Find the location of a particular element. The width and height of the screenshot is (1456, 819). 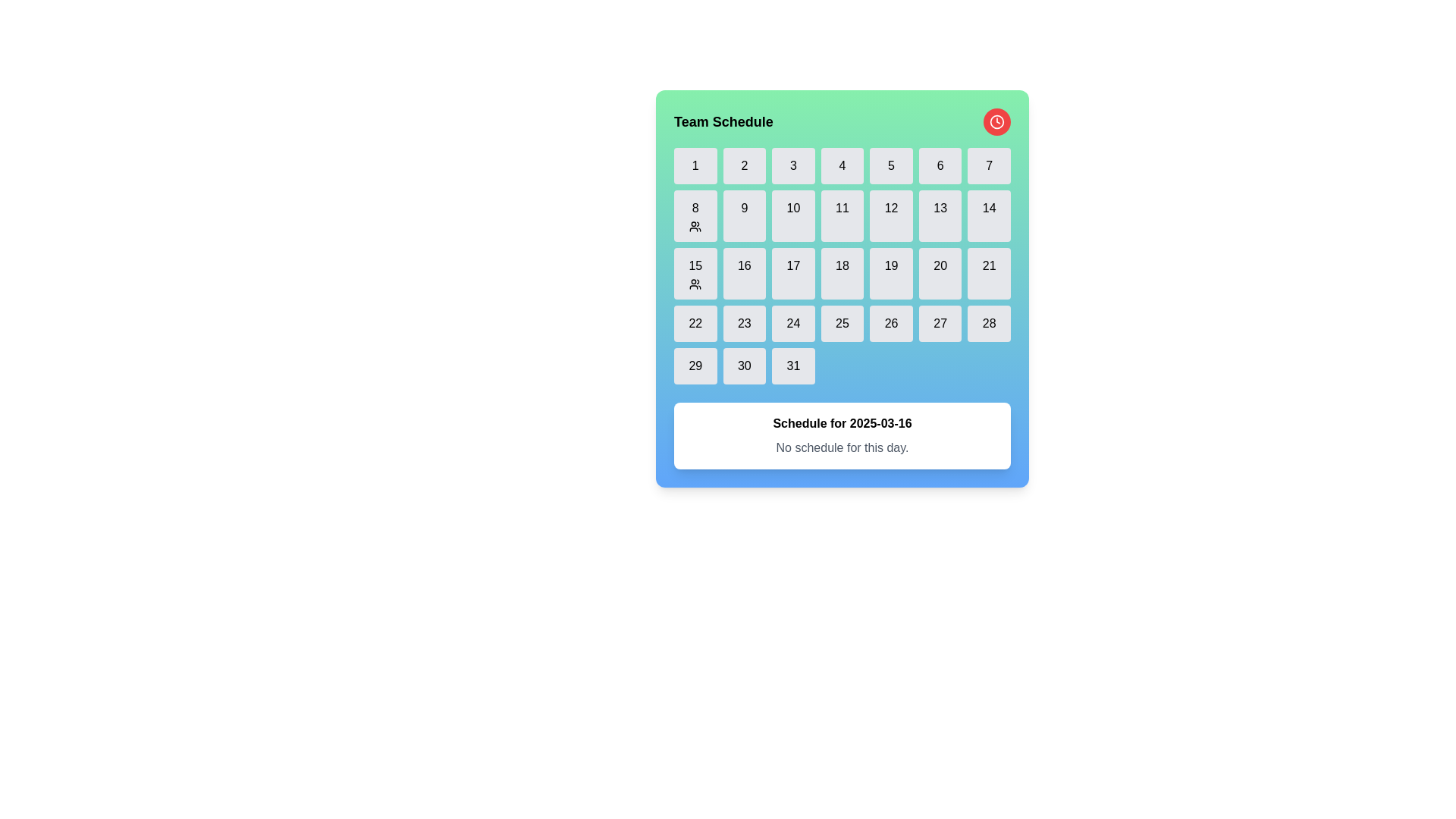

a specific date within the grid-based calendar layout located below the 'Team Schedule' header is located at coordinates (841, 265).